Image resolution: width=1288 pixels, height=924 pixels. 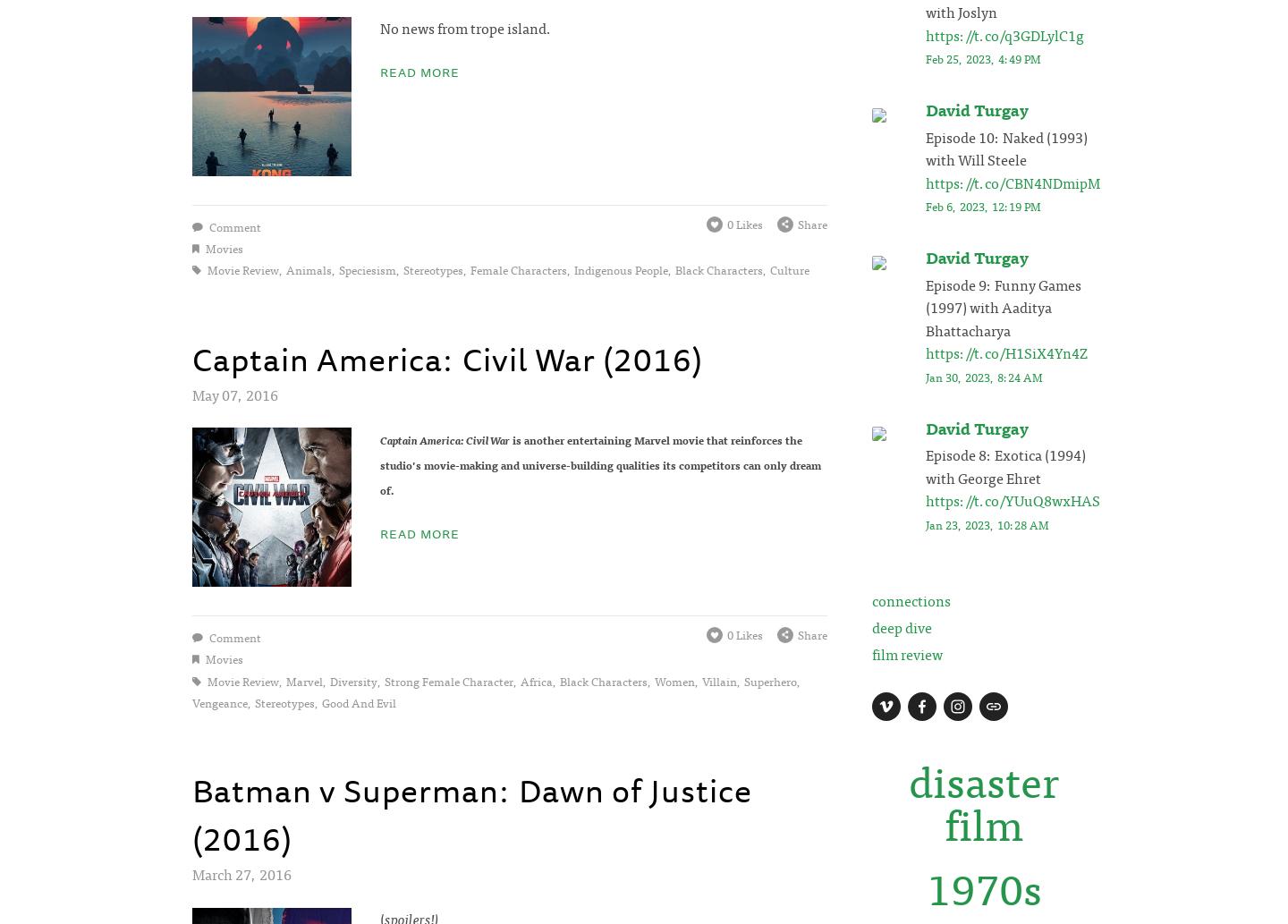 What do you see at coordinates (358, 702) in the screenshot?
I see `'good and evil'` at bounding box center [358, 702].